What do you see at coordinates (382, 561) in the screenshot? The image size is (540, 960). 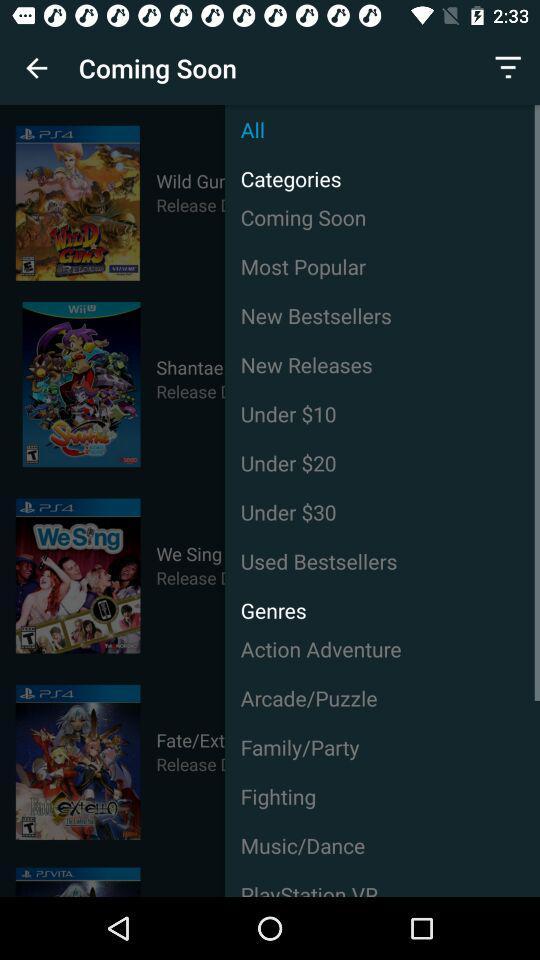 I see `the item to the right of we sing item` at bounding box center [382, 561].